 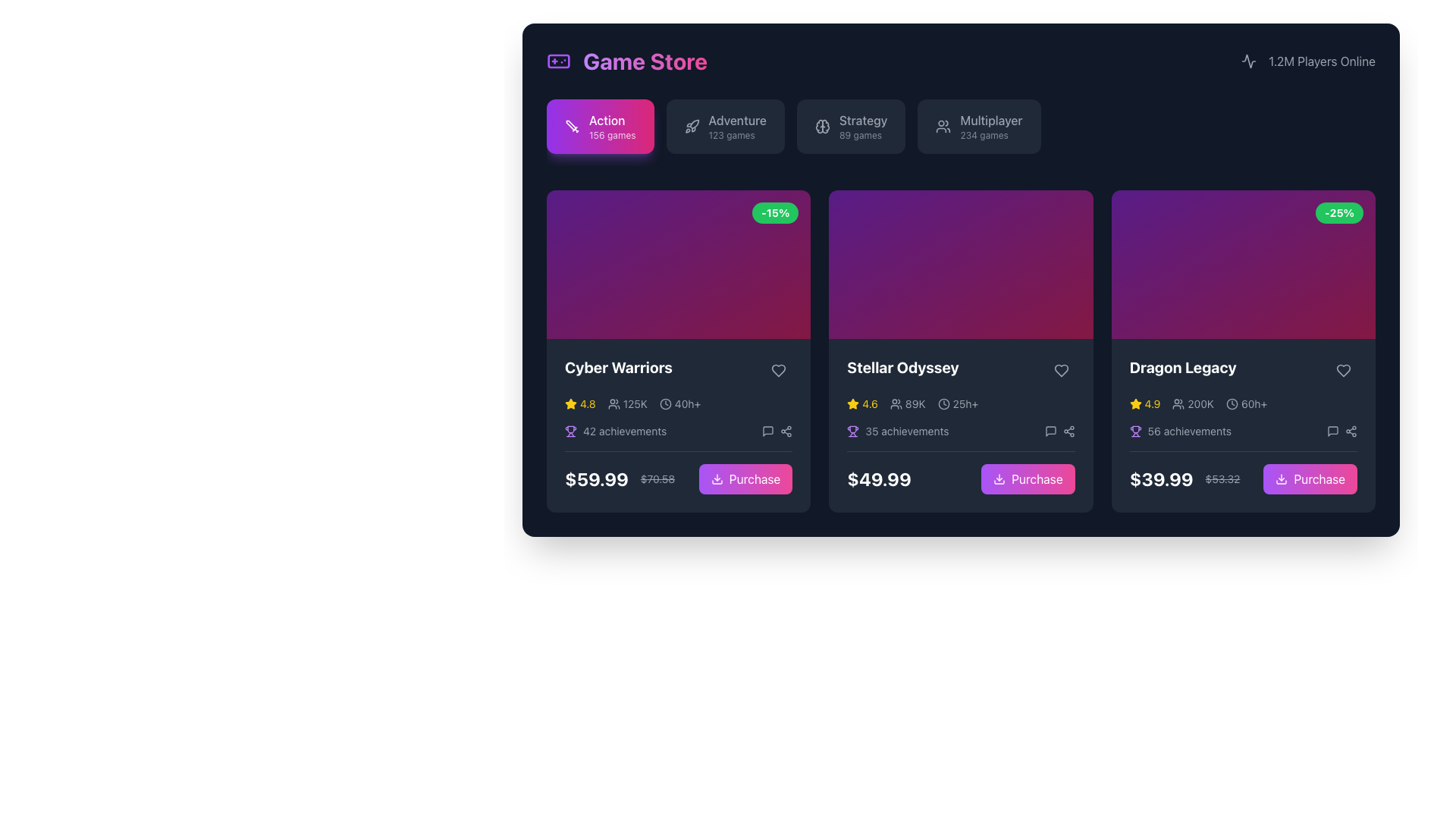 I want to click on the share icon located in the grouped element containing a speech bubble and share symbol on the third card titled 'Cyber Warriors', so click(x=777, y=431).